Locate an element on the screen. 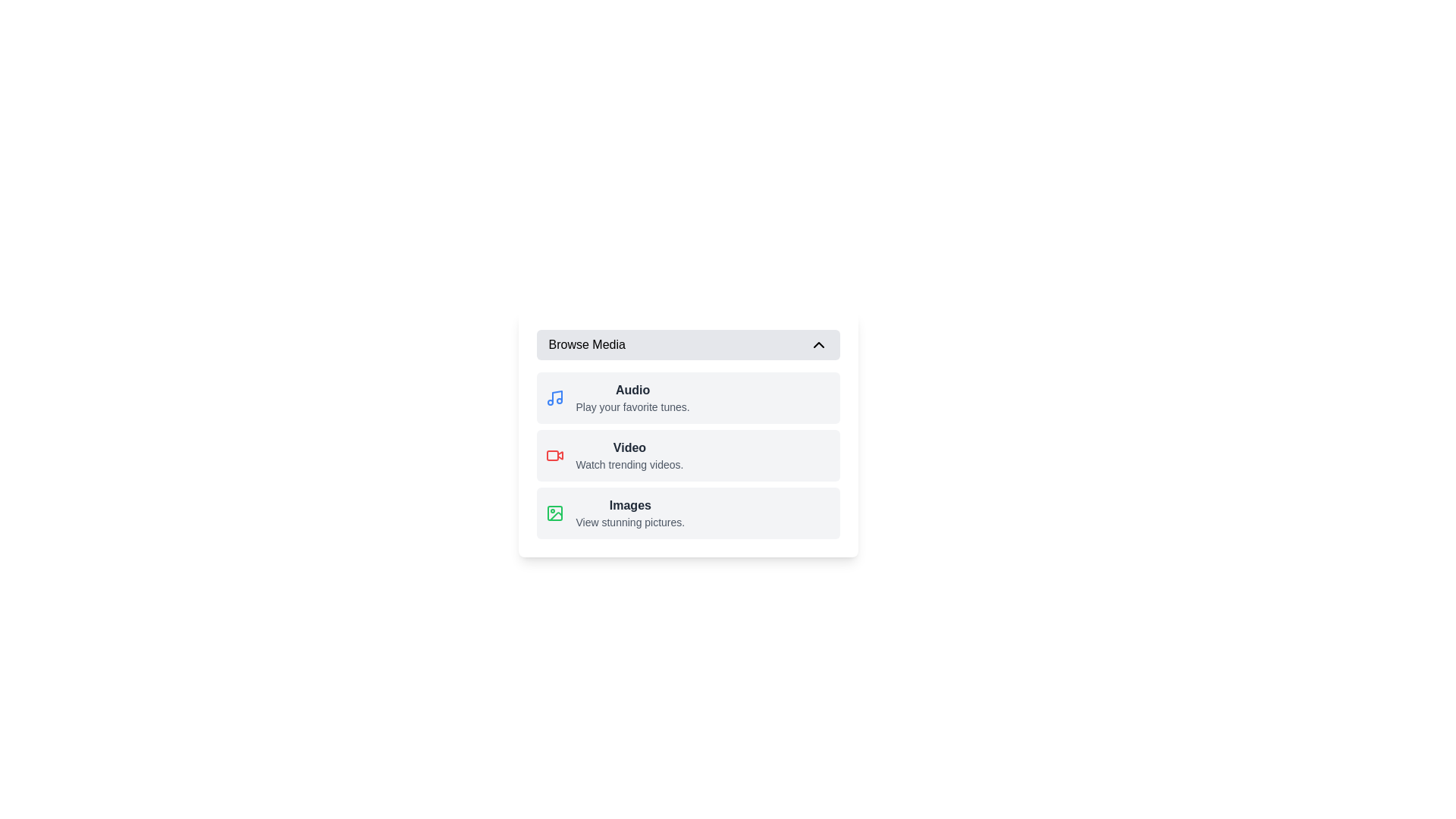  the music note icon within the 'Audio' section, which signifies music-related content or functionality is located at coordinates (556, 396).